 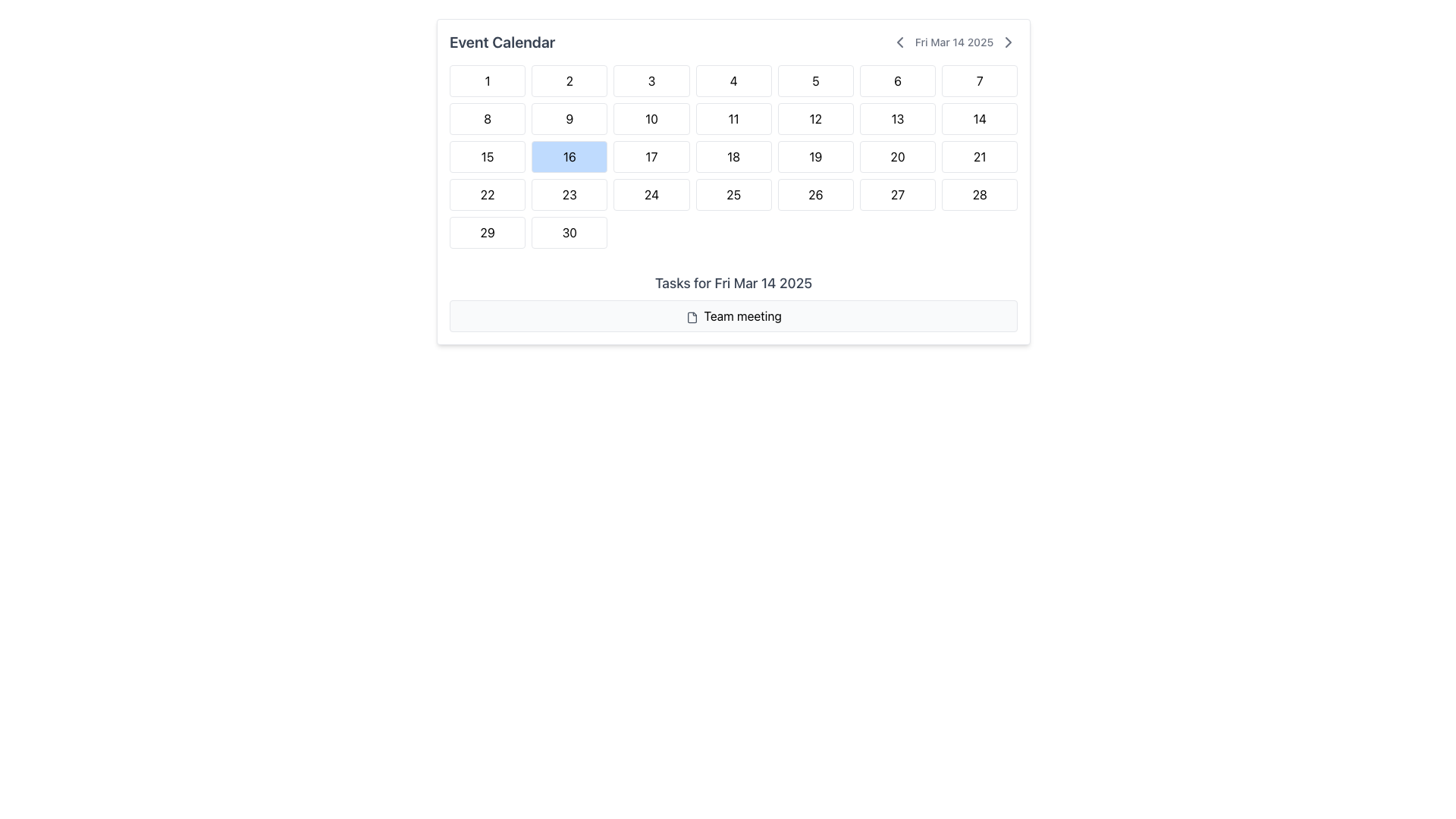 What do you see at coordinates (691, 316) in the screenshot?
I see `the document-like icon located near the bottom of the calendar event details section, to the left of the label 'Team meeting'` at bounding box center [691, 316].